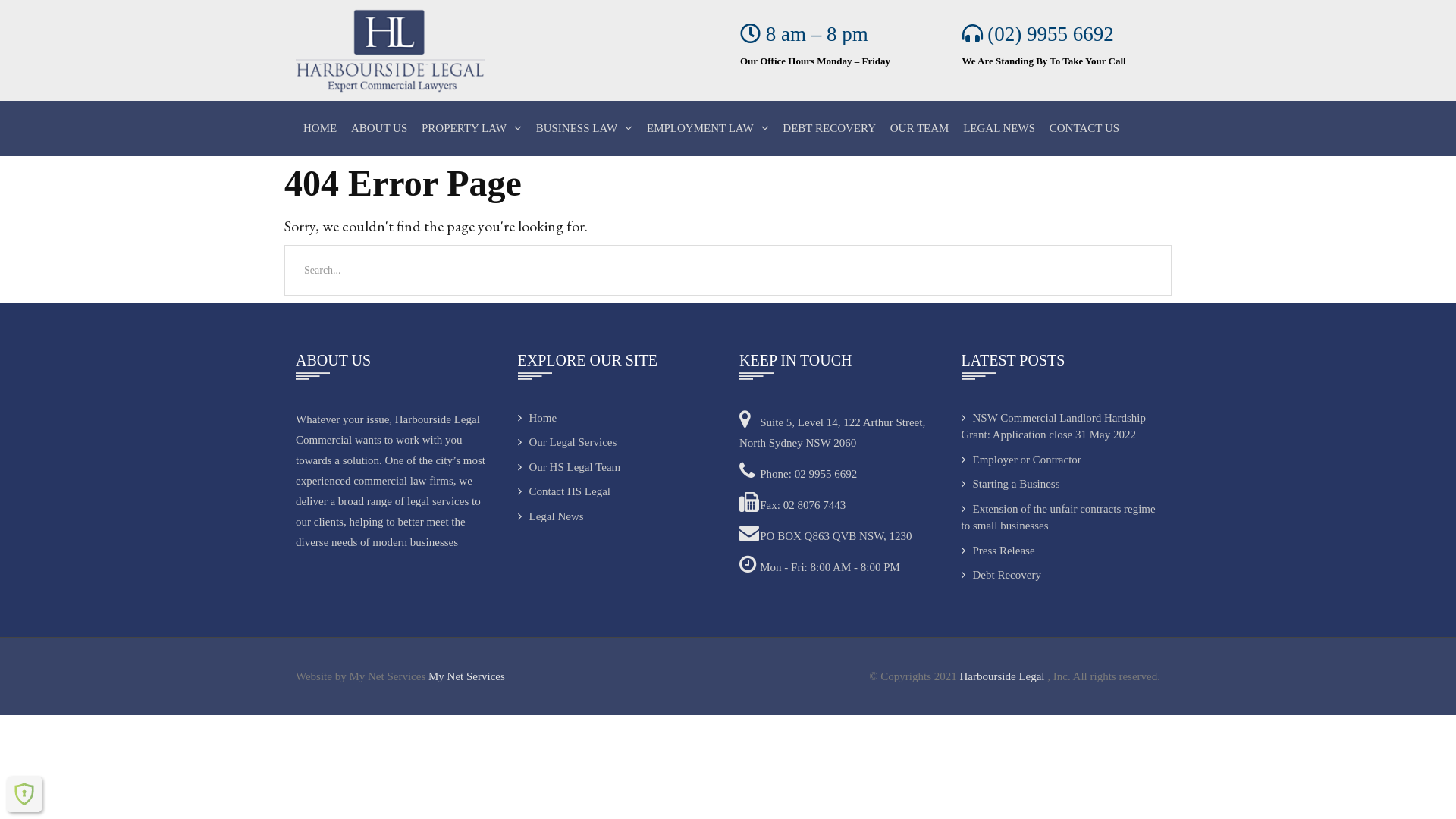 This screenshot has width=1456, height=819. Describe the element at coordinates (828, 127) in the screenshot. I see `'DEBT RECOVERY'` at that location.